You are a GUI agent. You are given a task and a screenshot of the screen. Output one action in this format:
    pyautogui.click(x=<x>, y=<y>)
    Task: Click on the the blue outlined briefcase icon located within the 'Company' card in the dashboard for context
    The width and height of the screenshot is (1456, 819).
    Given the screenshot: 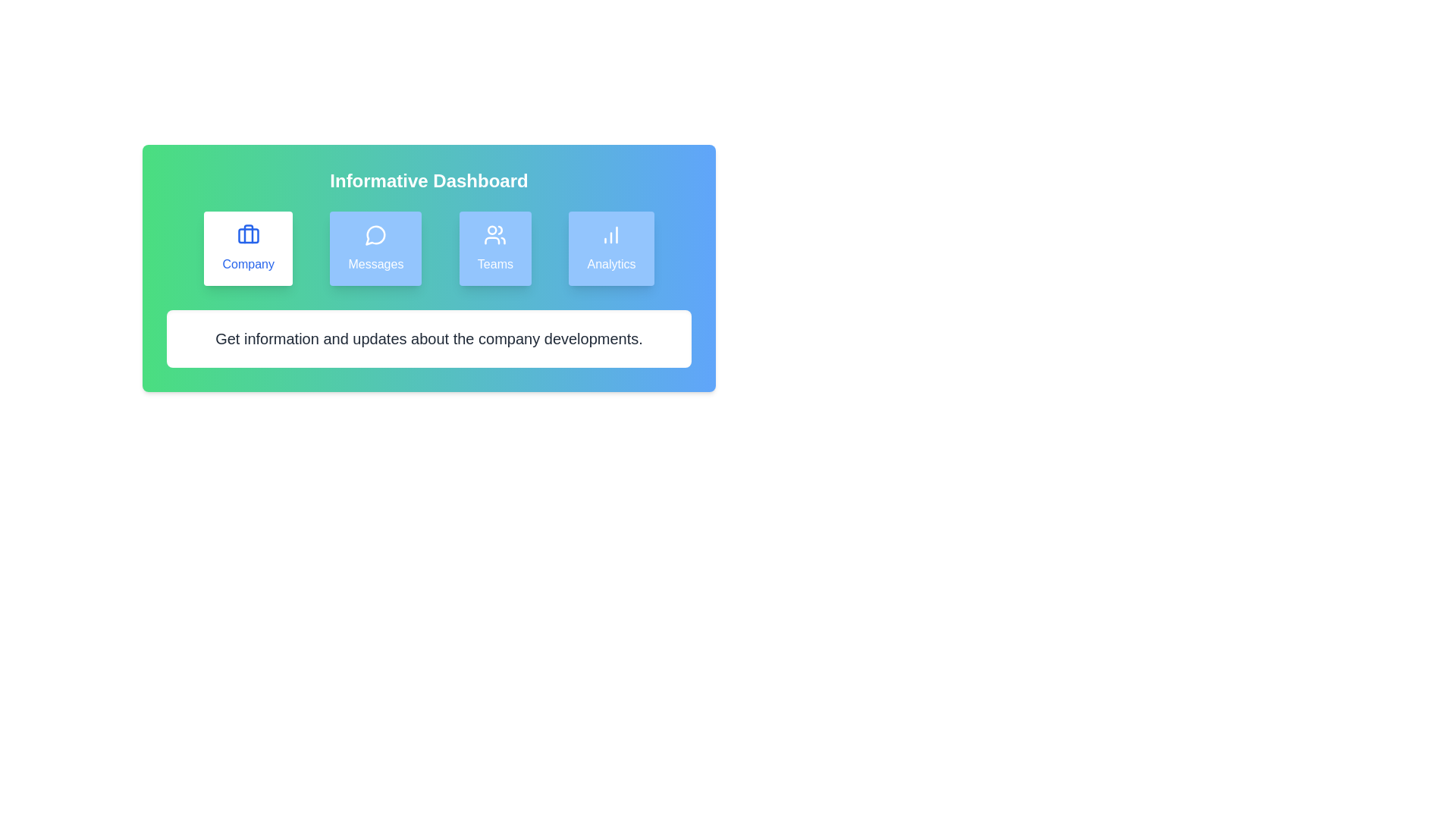 What is the action you would take?
    pyautogui.click(x=248, y=234)
    